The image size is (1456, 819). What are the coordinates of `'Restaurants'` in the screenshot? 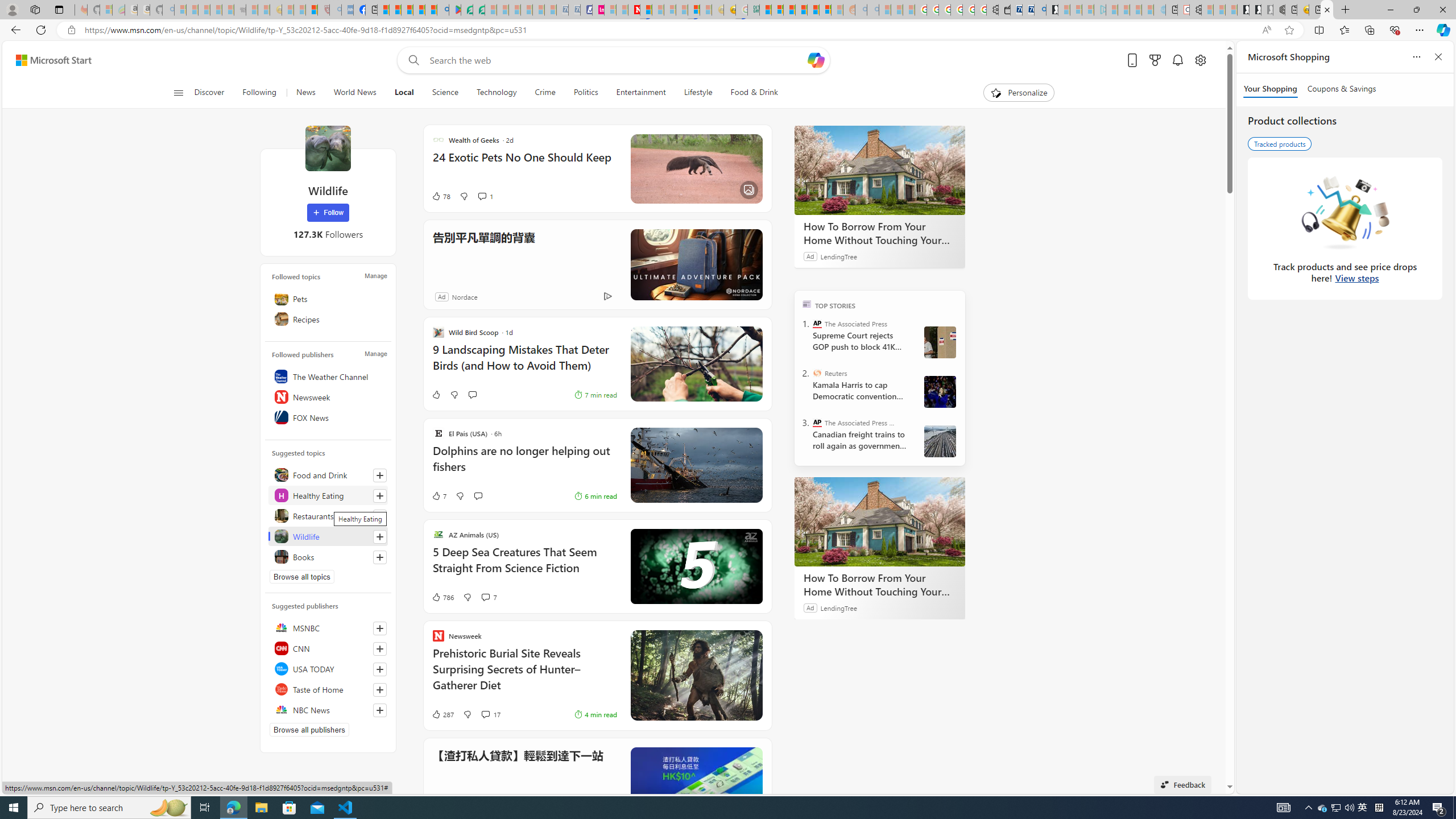 It's located at (327, 516).